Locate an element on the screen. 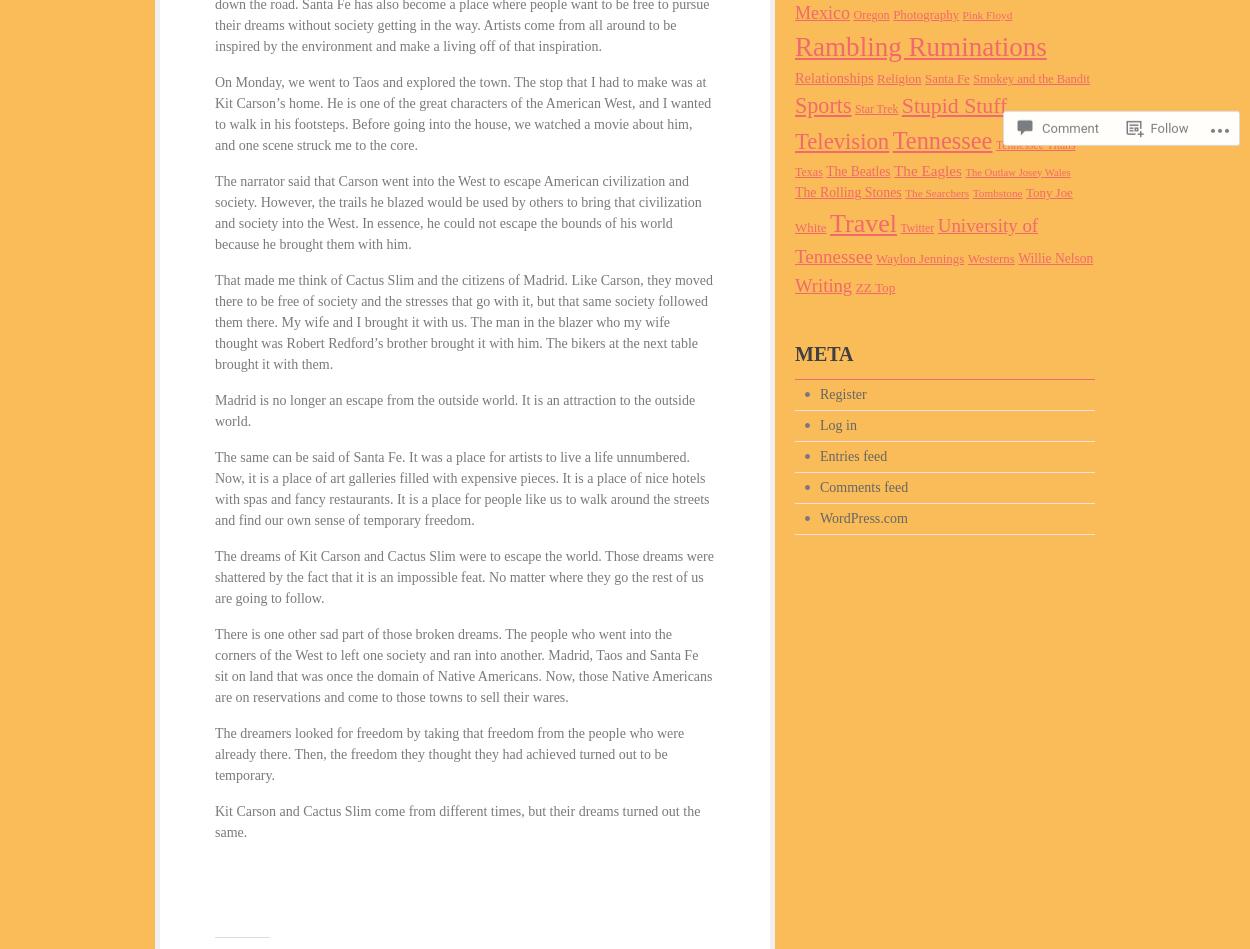 The width and height of the screenshot is (1250, 949). 'Oregon' is located at coordinates (870, 14).